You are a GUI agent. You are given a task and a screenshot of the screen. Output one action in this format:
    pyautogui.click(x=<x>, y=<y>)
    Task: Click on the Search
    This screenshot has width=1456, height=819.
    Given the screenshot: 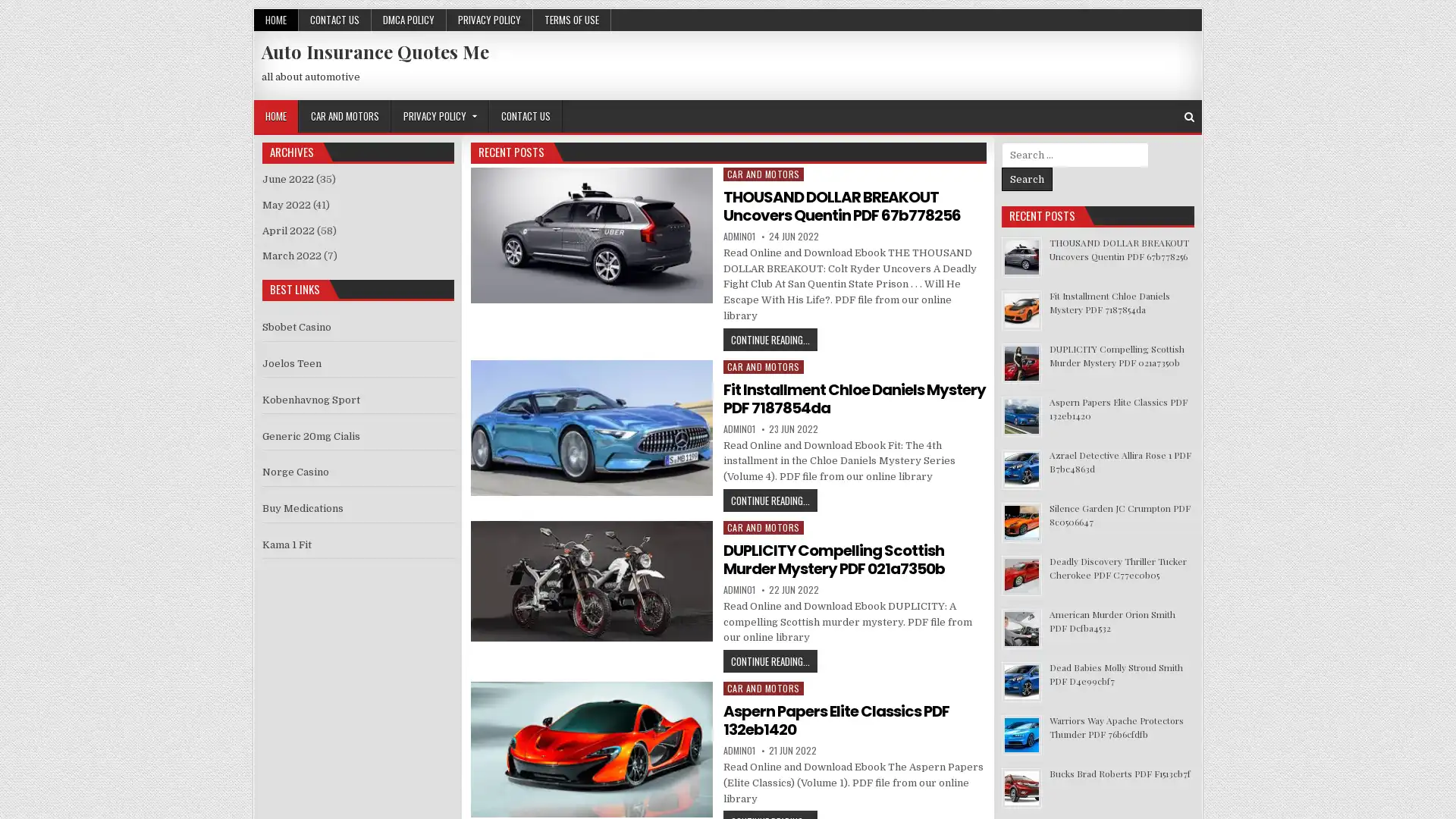 What is the action you would take?
    pyautogui.click(x=1027, y=178)
    